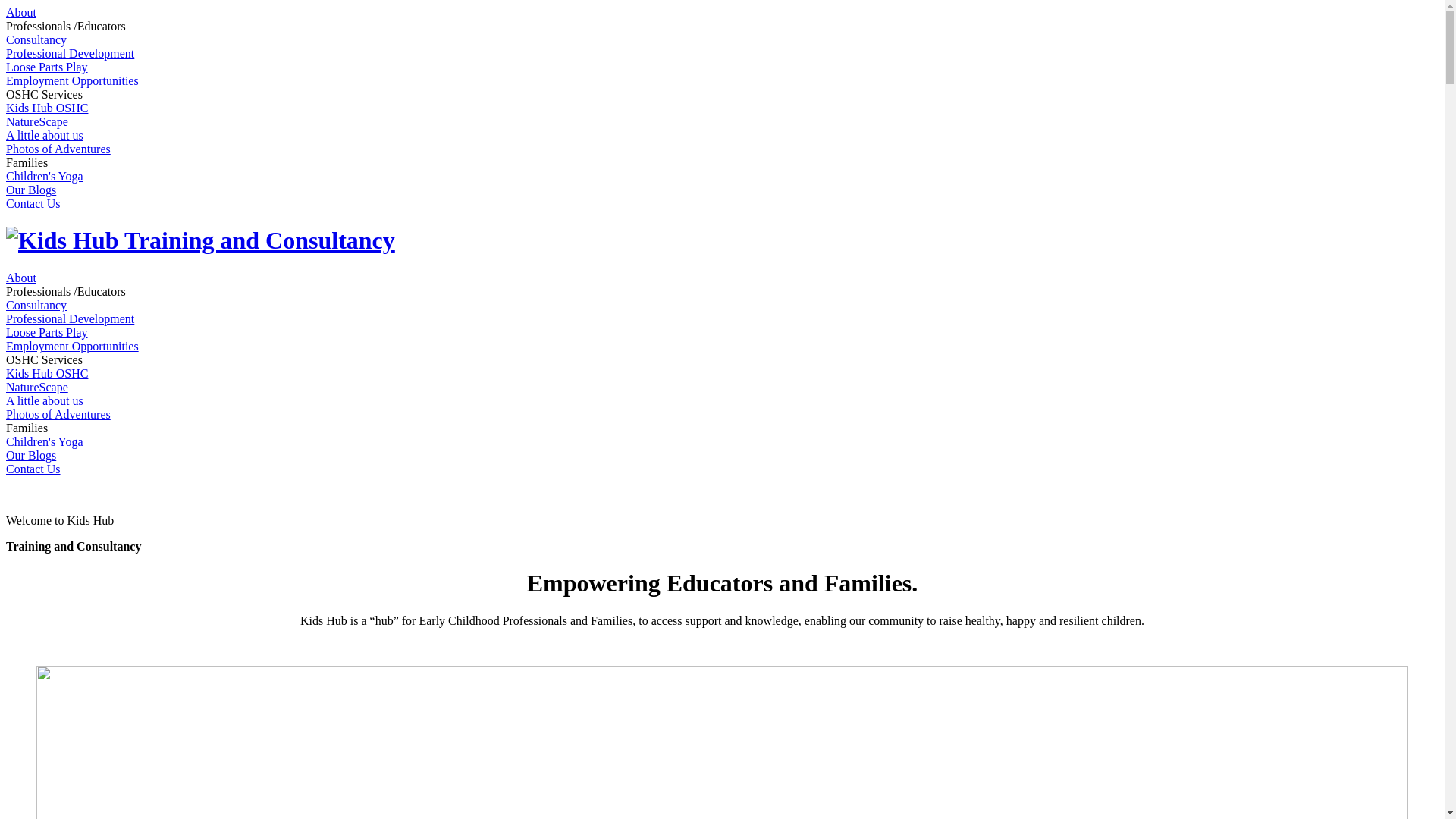  Describe the element at coordinates (69, 318) in the screenshot. I see `'Professional Development'` at that location.